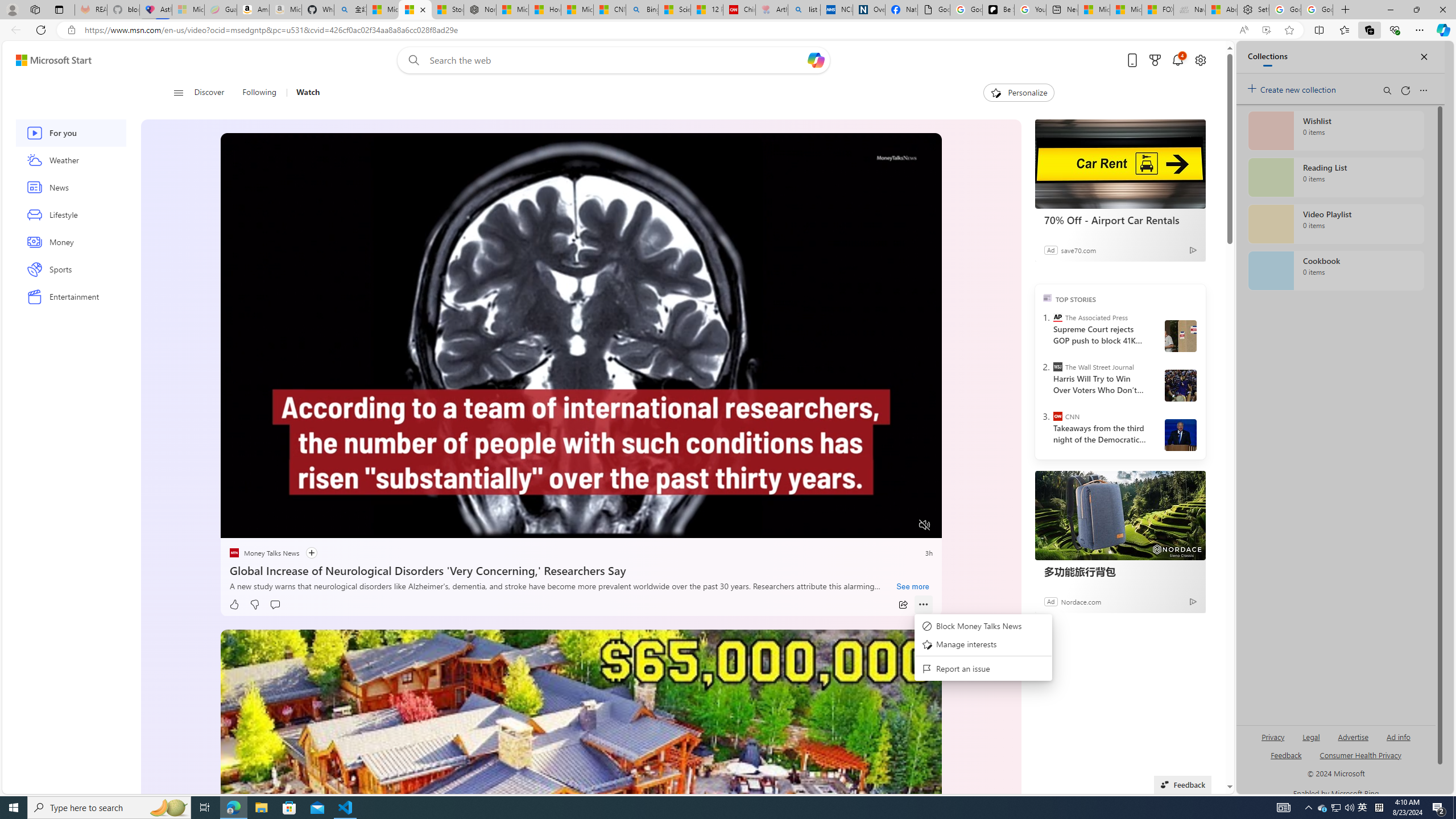  What do you see at coordinates (260, 525) in the screenshot?
I see `'Seek Back'` at bounding box center [260, 525].